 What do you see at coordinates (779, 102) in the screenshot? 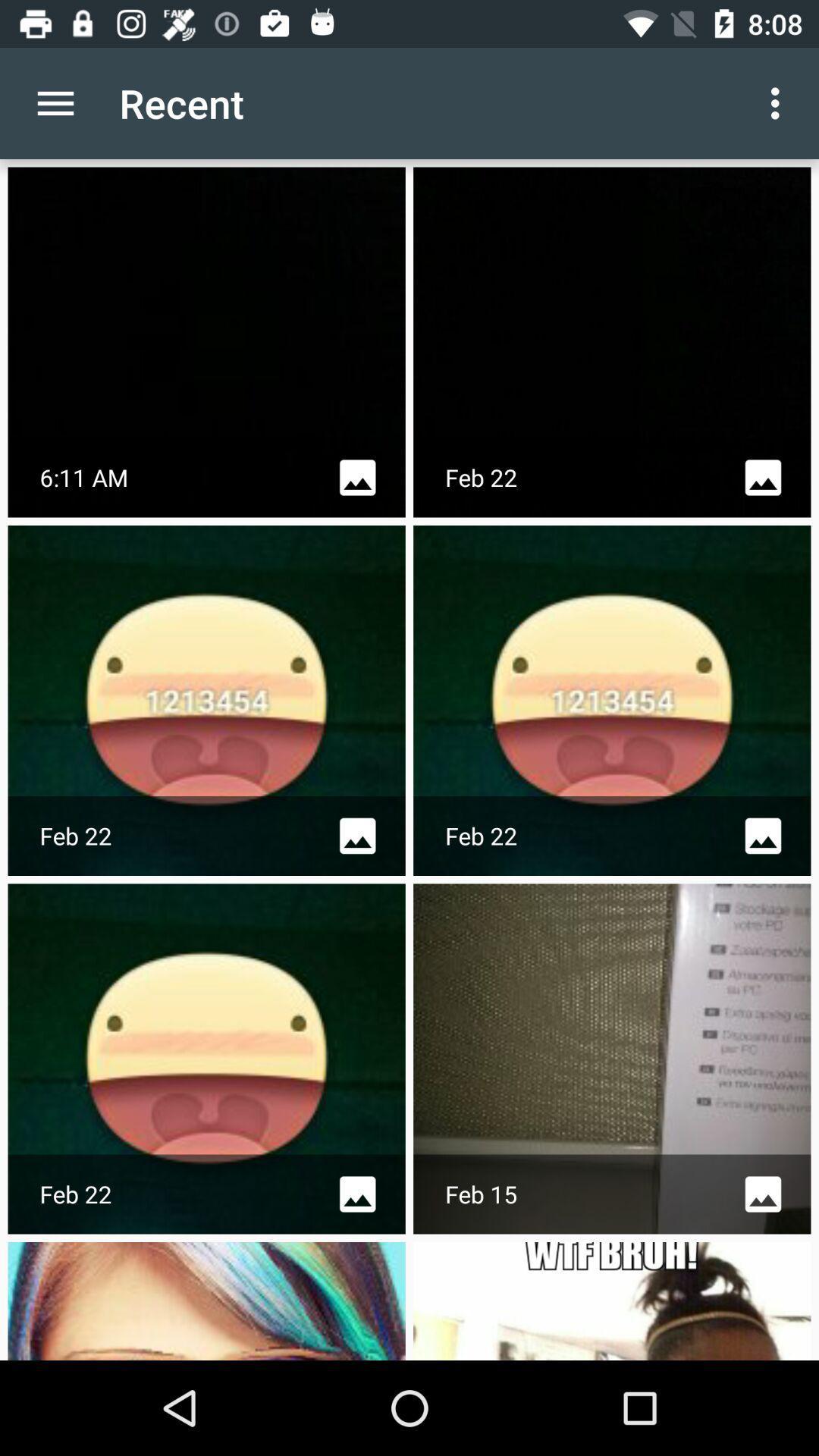
I see `the app to the right of recent app` at bounding box center [779, 102].